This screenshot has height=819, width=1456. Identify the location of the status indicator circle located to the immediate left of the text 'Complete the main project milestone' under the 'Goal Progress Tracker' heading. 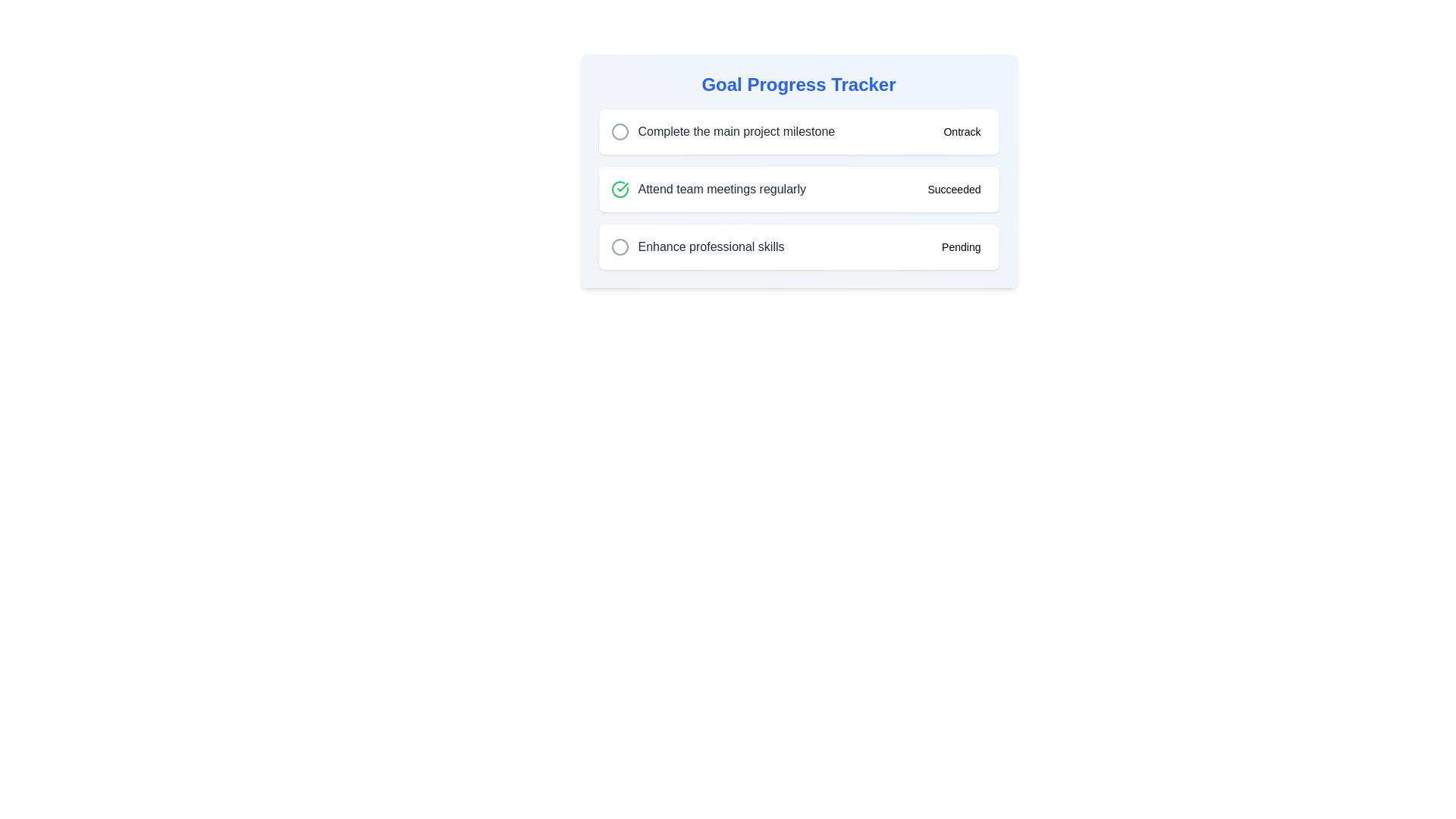
(620, 130).